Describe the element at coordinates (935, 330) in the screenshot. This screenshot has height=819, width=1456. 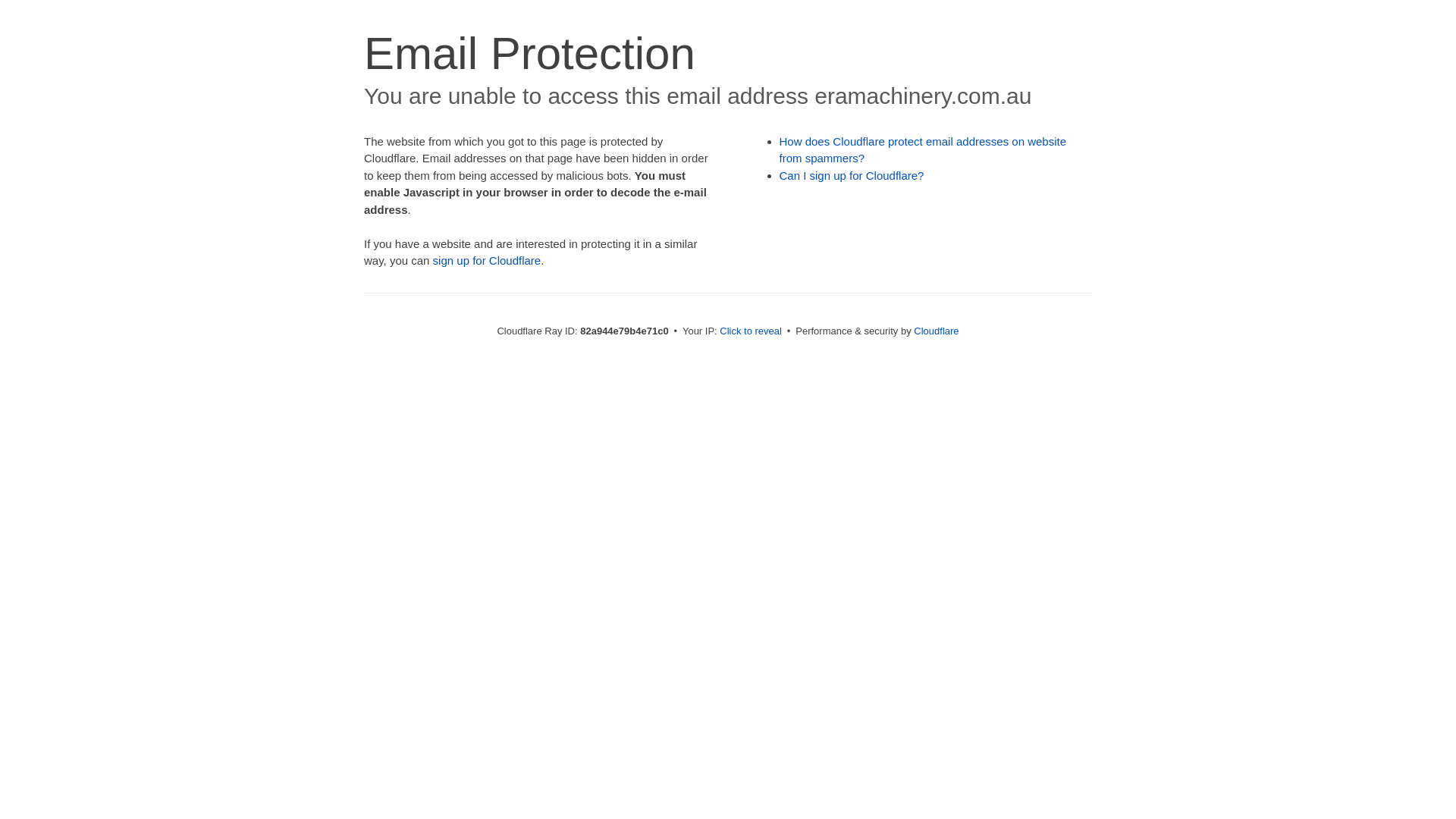
I see `'Cloudflare'` at that location.